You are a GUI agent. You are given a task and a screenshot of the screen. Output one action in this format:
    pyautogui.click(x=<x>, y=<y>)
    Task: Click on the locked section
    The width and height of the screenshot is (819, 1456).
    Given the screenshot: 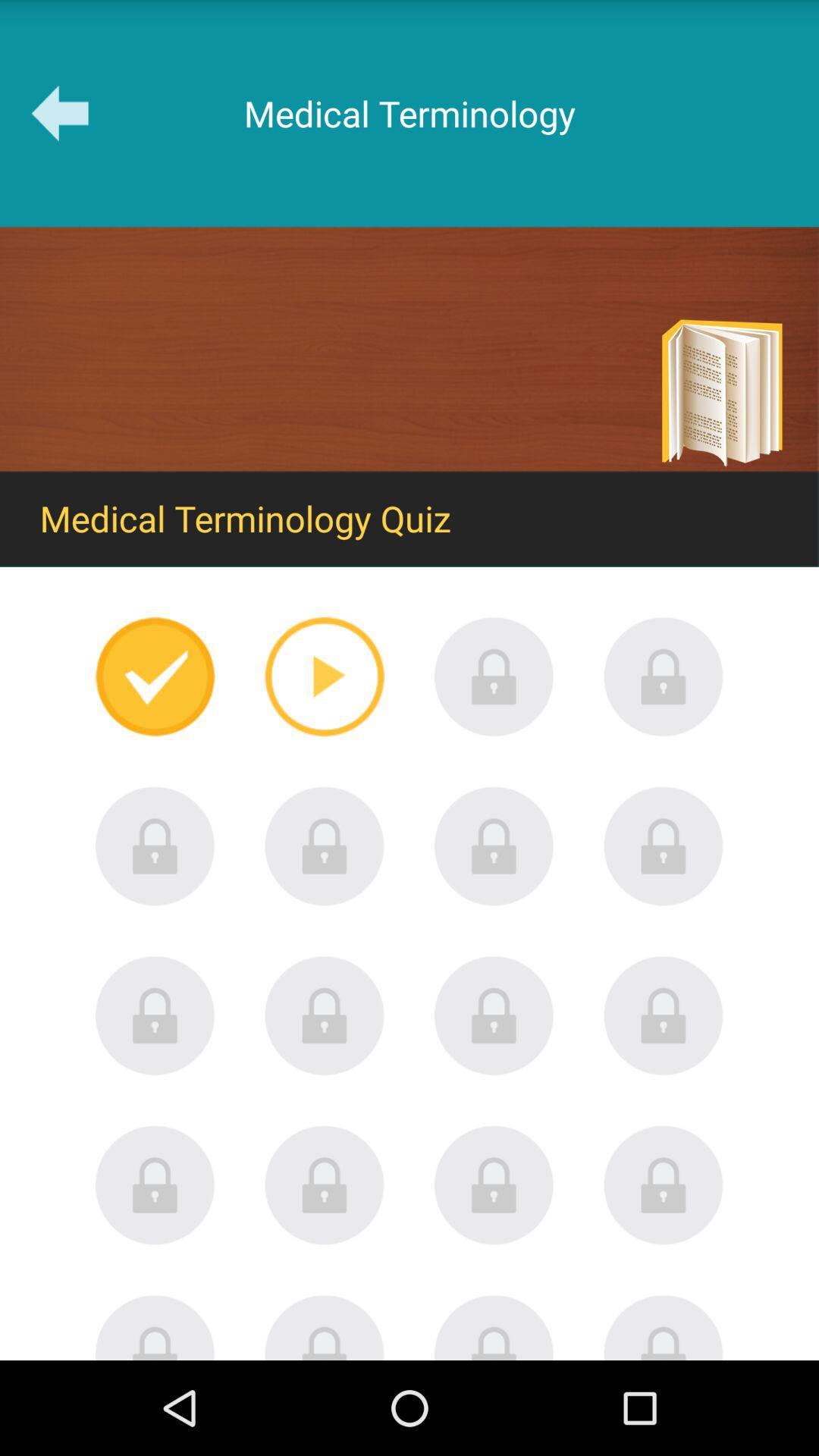 What is the action you would take?
    pyautogui.click(x=324, y=846)
    